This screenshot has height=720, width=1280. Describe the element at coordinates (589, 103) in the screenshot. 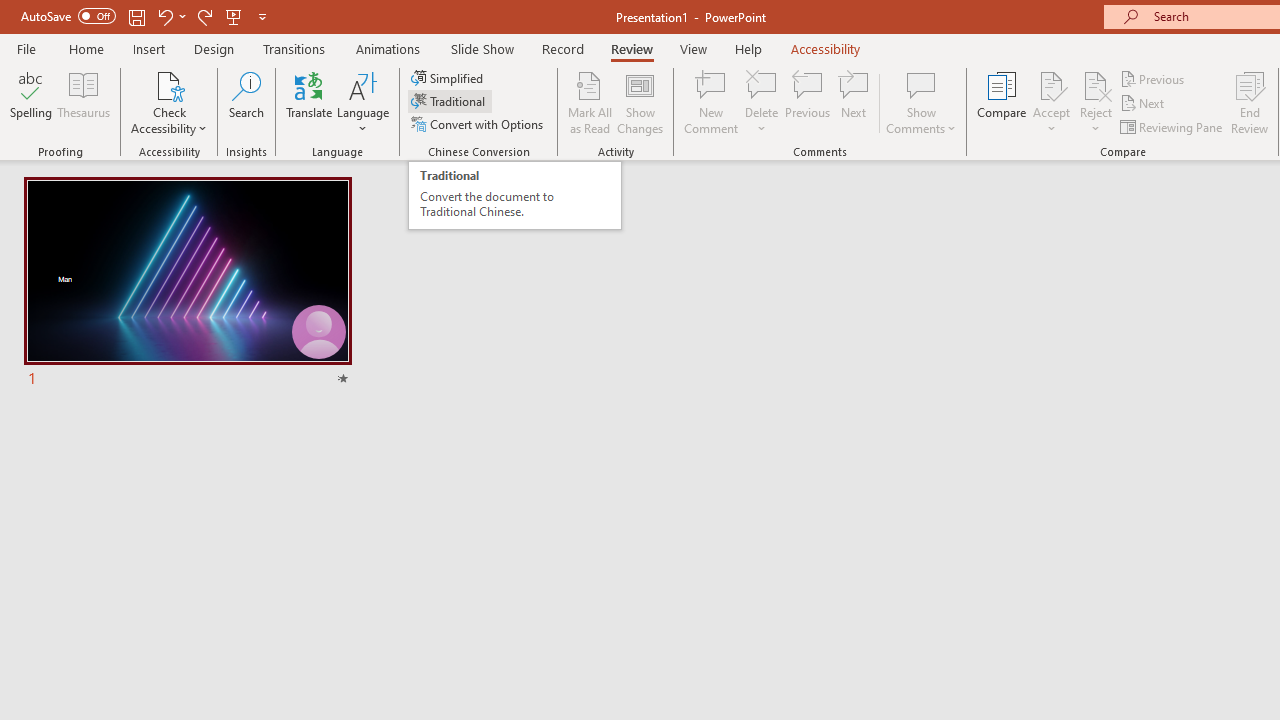

I see `'Mark All as Read'` at that location.